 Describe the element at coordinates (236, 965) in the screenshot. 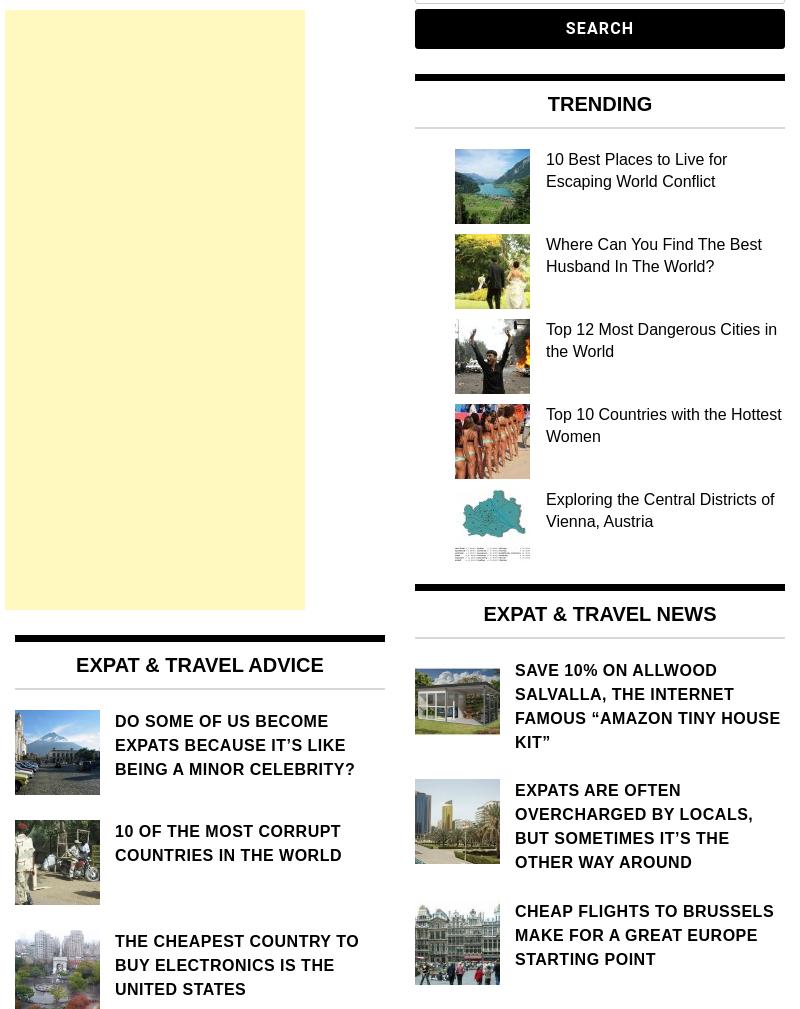

I see `'The cheapest country to buy electronics is the United States'` at that location.